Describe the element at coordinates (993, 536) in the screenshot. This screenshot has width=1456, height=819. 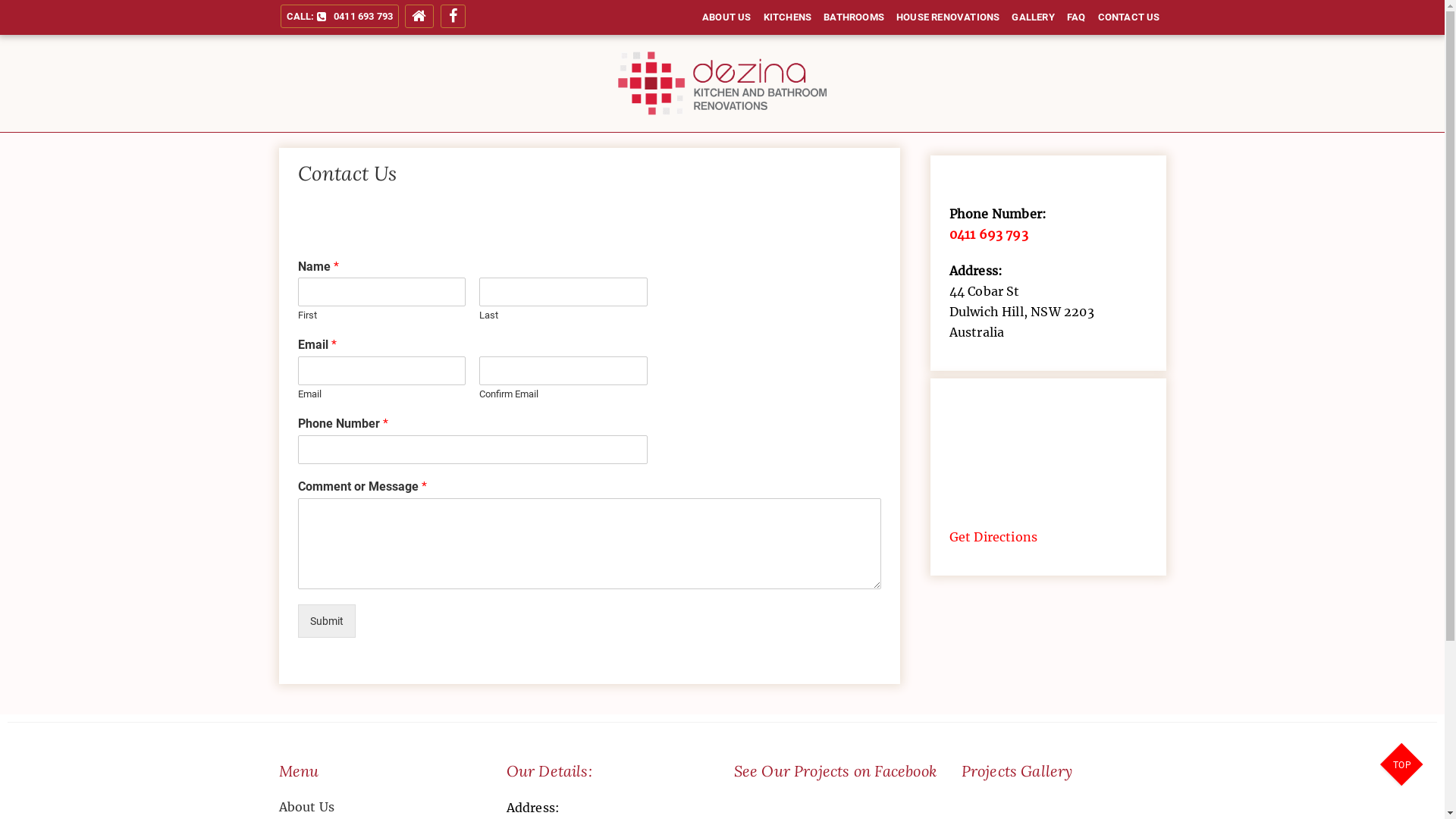
I see `'Get Directions'` at that location.